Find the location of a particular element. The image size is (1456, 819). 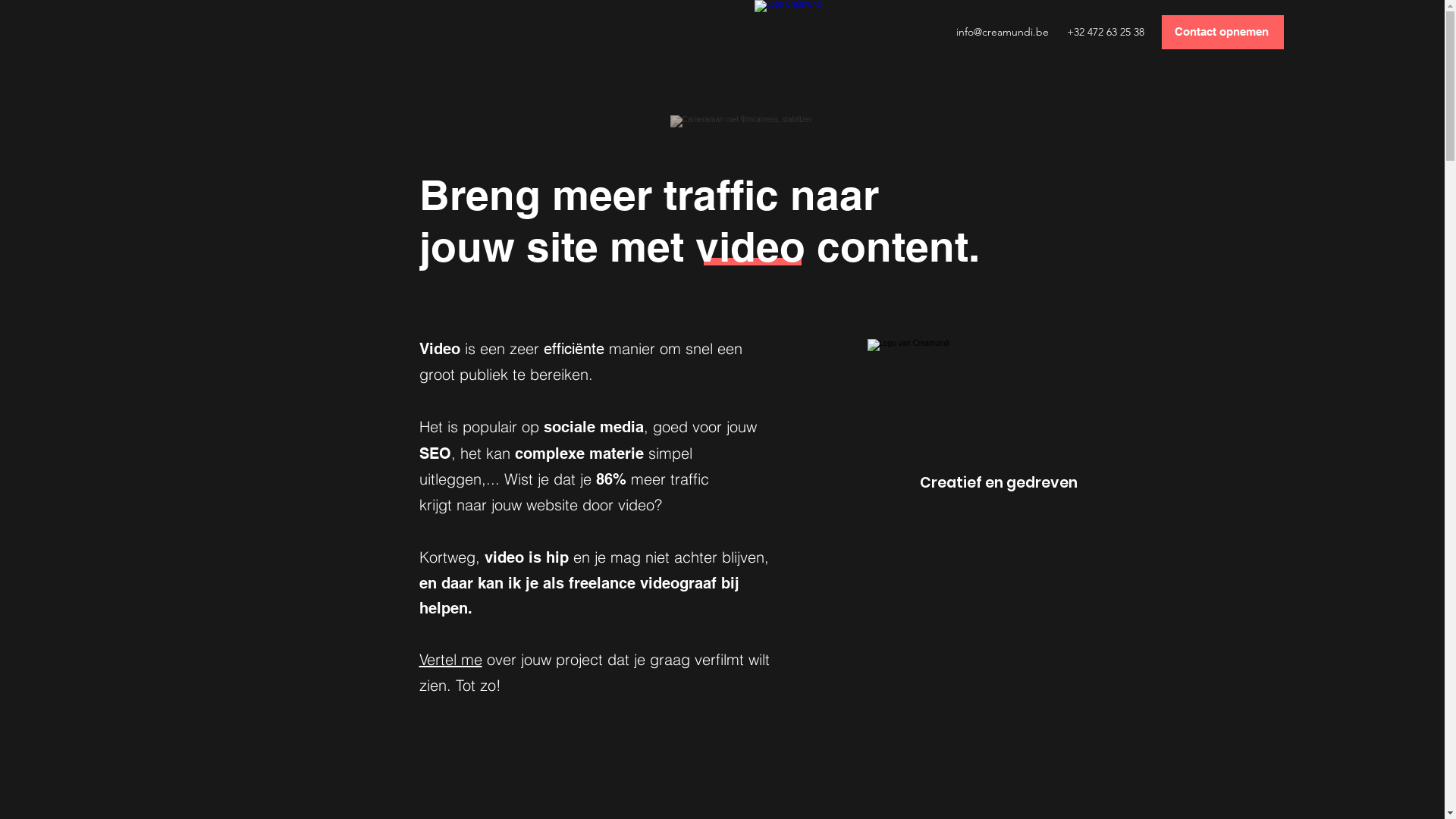

'Contact opnemen' is located at coordinates (1222, 32).